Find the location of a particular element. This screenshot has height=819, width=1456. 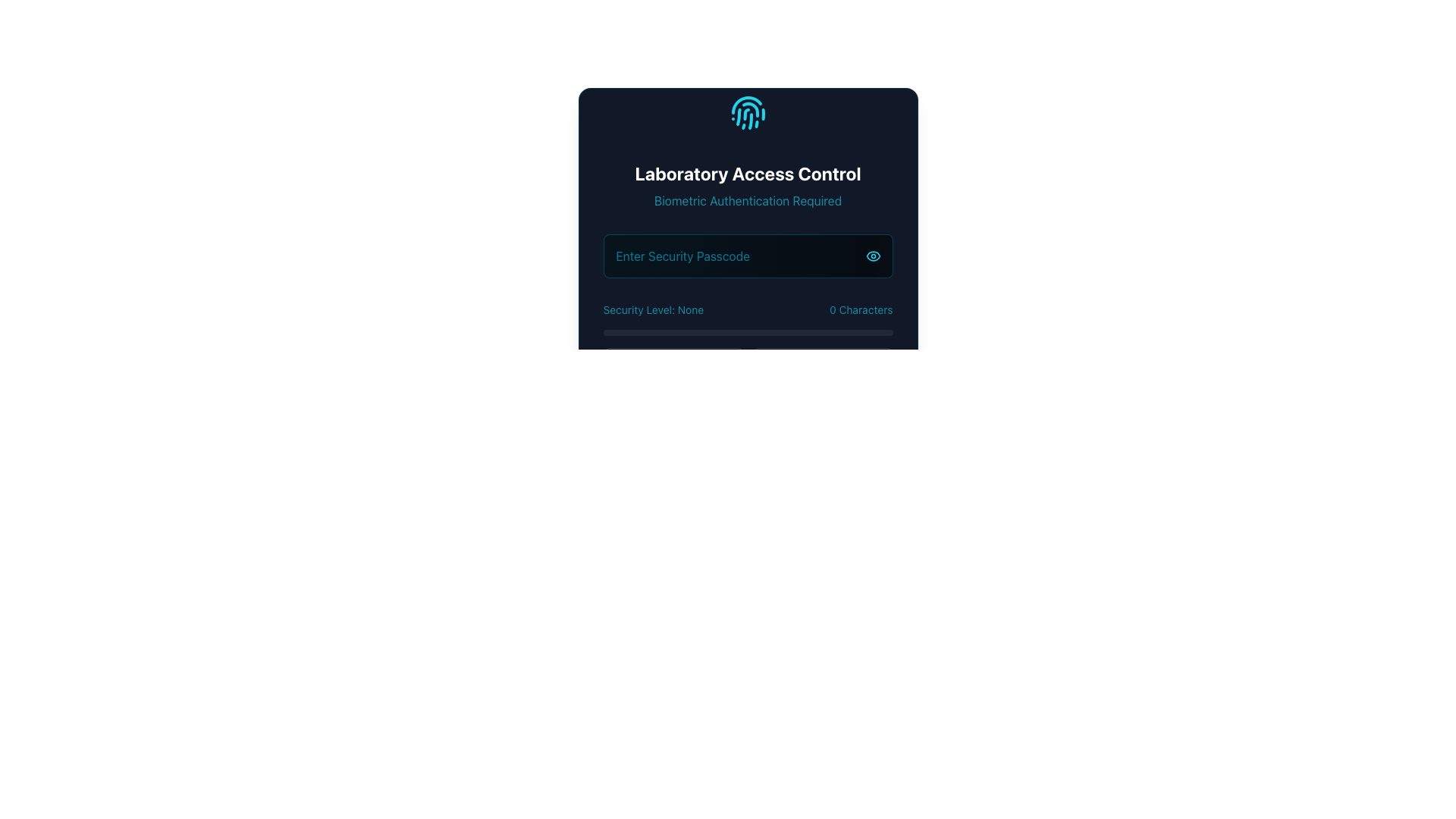

the Static text label that displays the dynamic character count, located to the right of 'Security Level: None' is located at coordinates (861, 309).